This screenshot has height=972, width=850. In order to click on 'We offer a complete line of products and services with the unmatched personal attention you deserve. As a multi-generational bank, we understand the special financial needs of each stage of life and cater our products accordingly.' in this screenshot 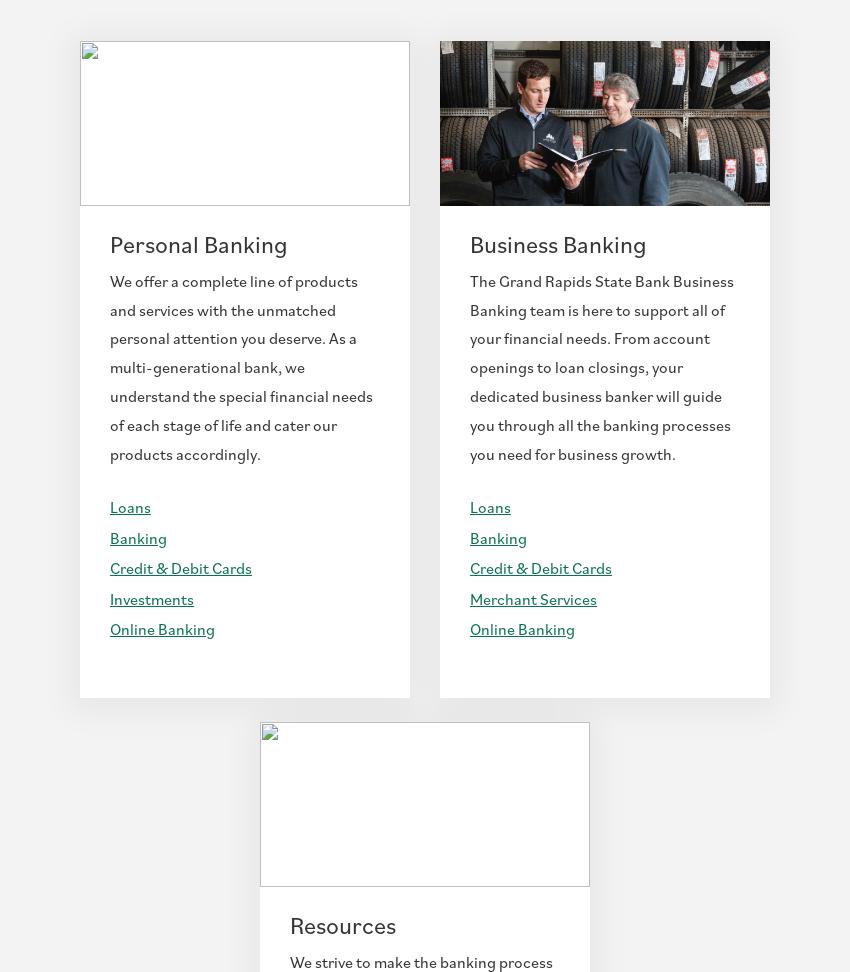, I will do `click(241, 366)`.